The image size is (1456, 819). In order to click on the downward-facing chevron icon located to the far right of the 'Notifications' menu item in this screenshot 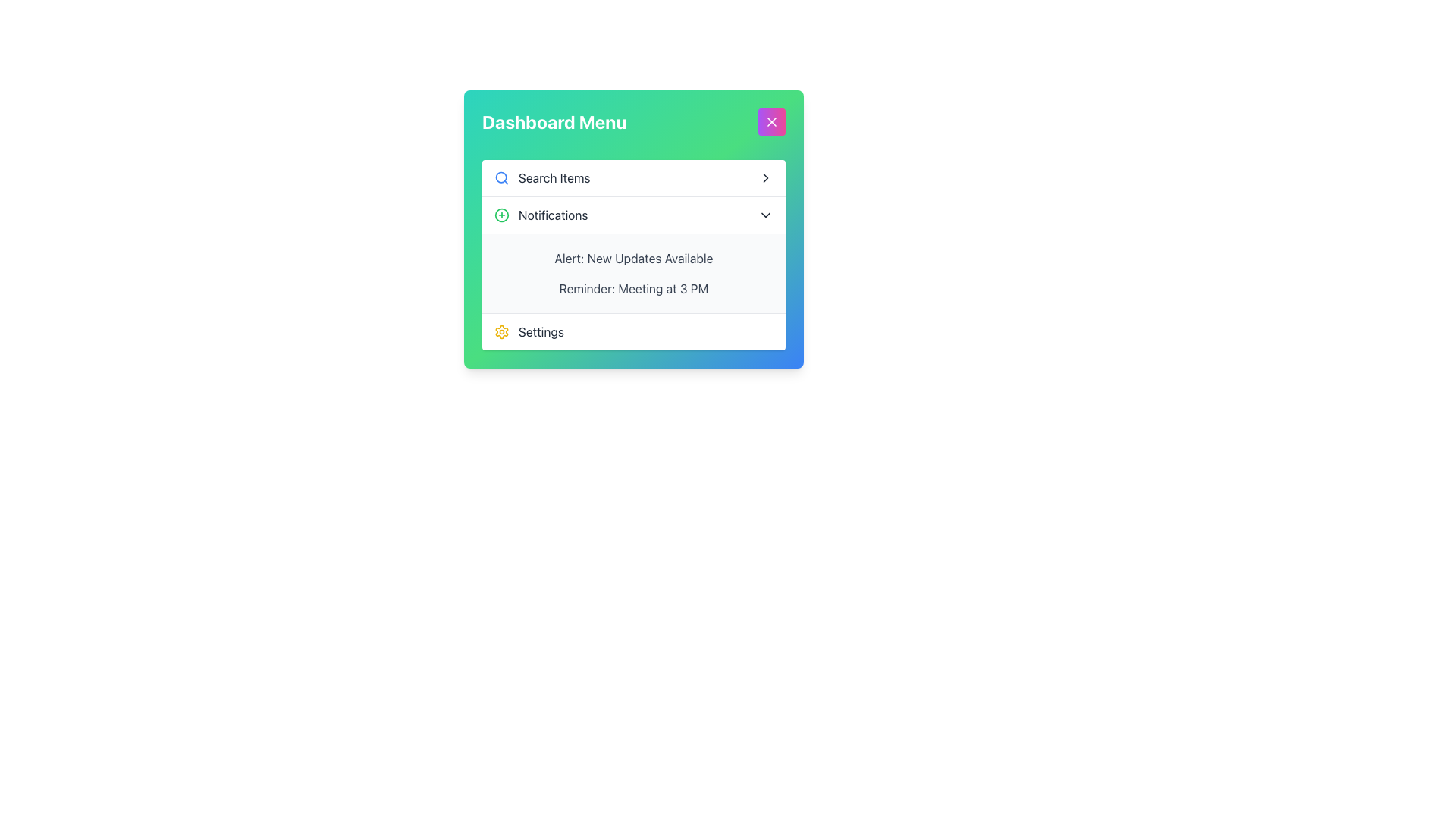, I will do `click(765, 215)`.